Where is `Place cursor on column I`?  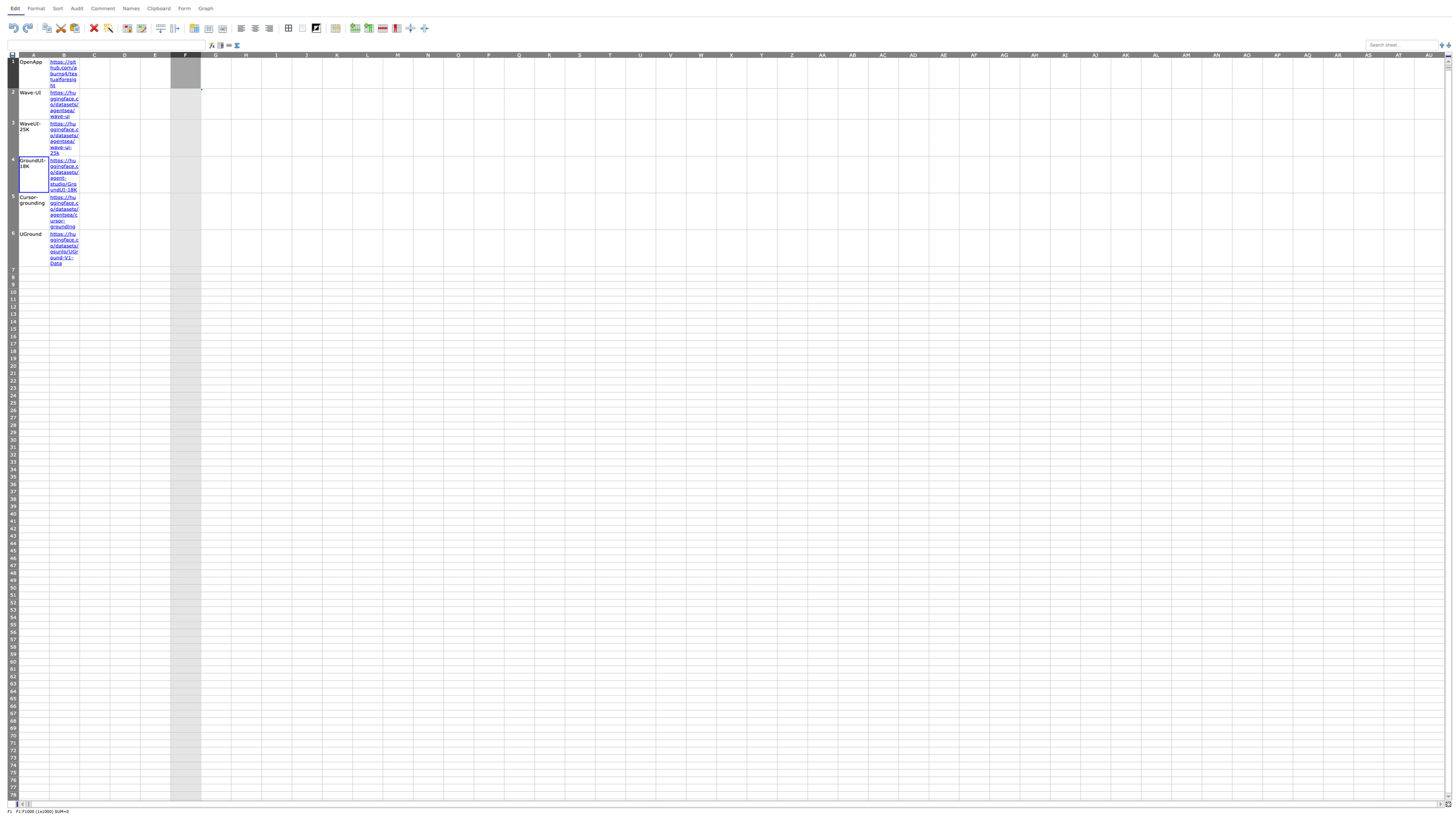
Place cursor on column I is located at coordinates (276, 54).